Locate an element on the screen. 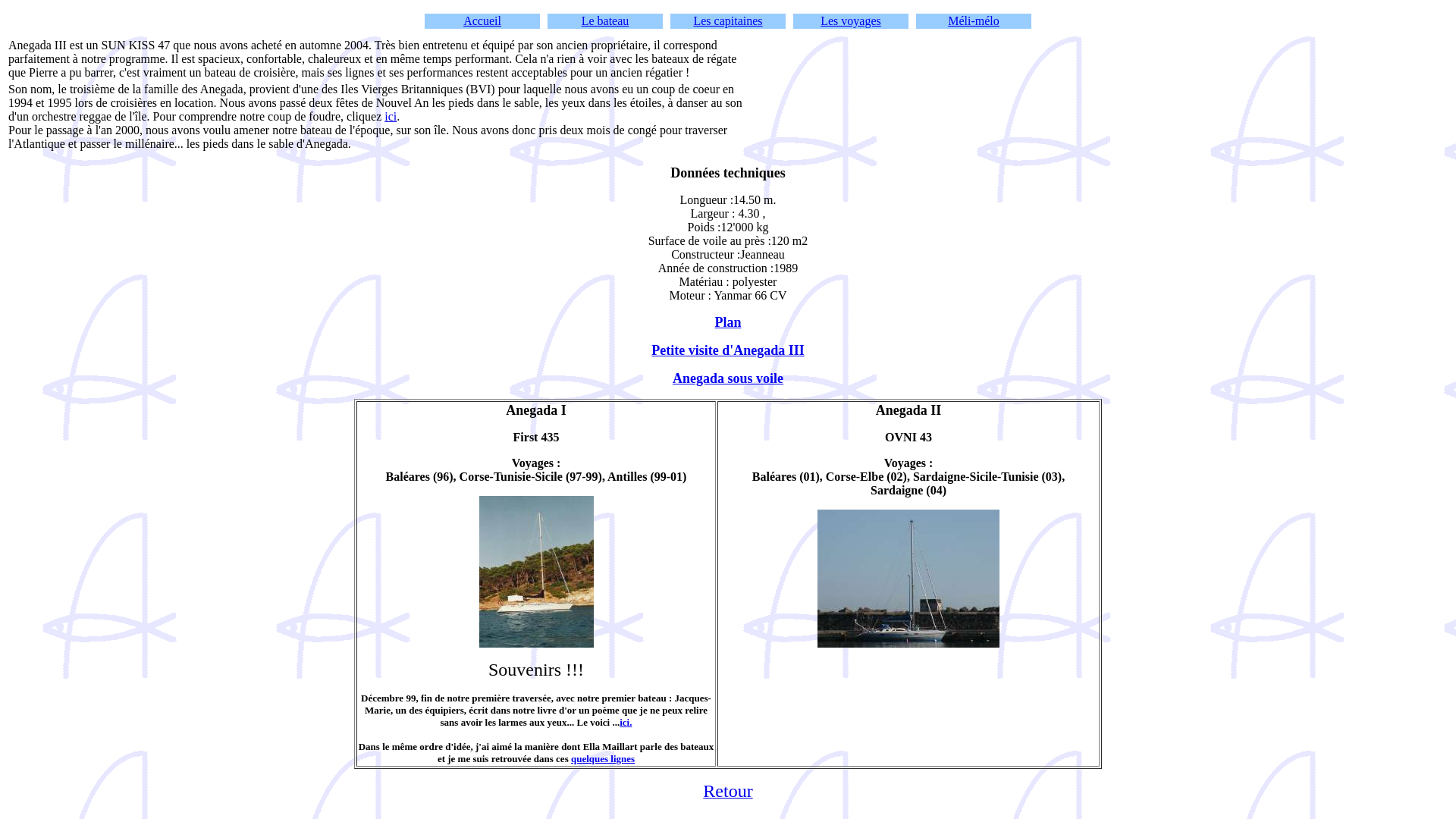  'Retour' is located at coordinates (701, 792).